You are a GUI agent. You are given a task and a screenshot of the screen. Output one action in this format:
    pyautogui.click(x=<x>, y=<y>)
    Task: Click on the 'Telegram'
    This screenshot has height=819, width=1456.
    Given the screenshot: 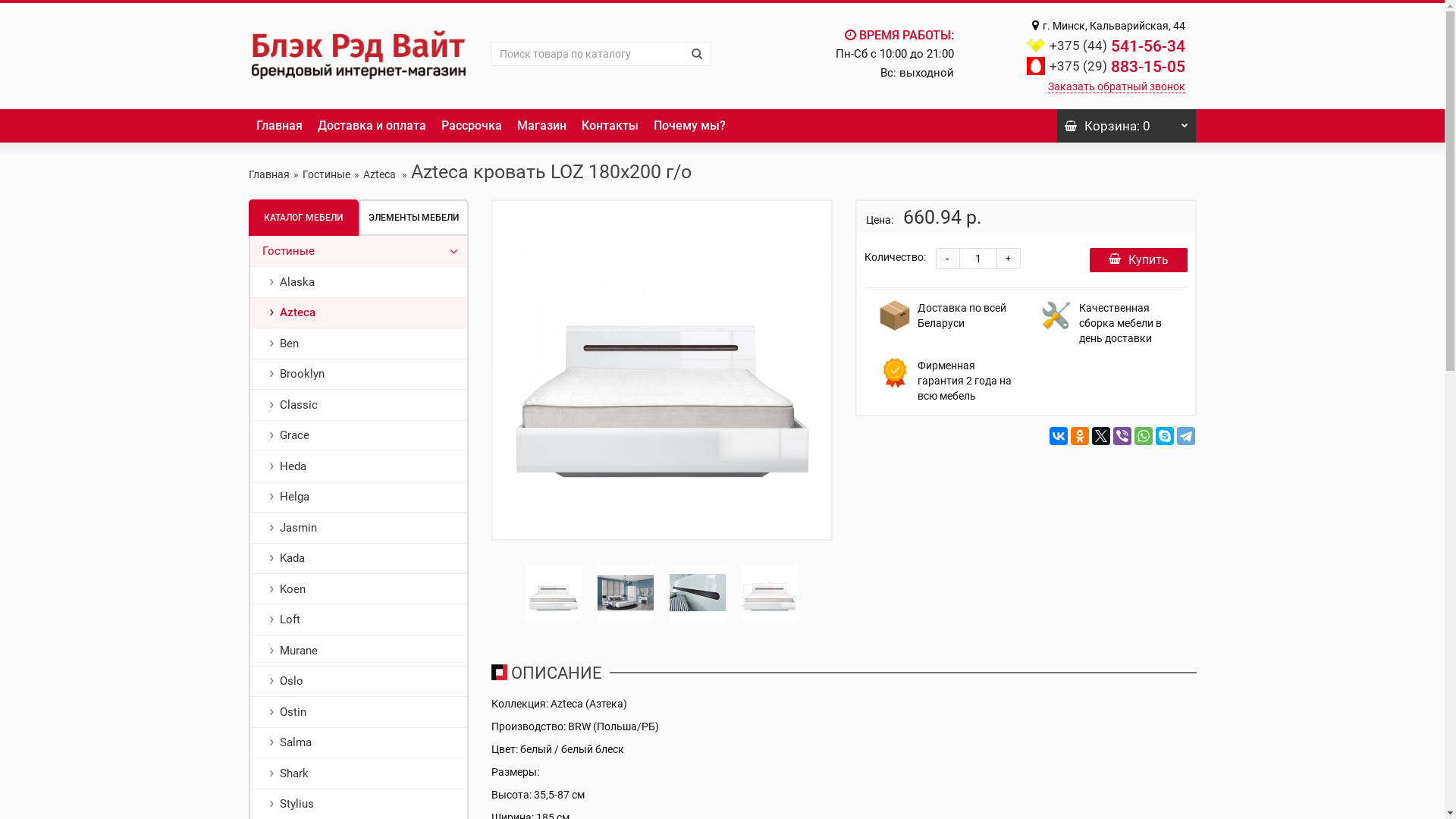 What is the action you would take?
    pyautogui.click(x=1175, y=435)
    